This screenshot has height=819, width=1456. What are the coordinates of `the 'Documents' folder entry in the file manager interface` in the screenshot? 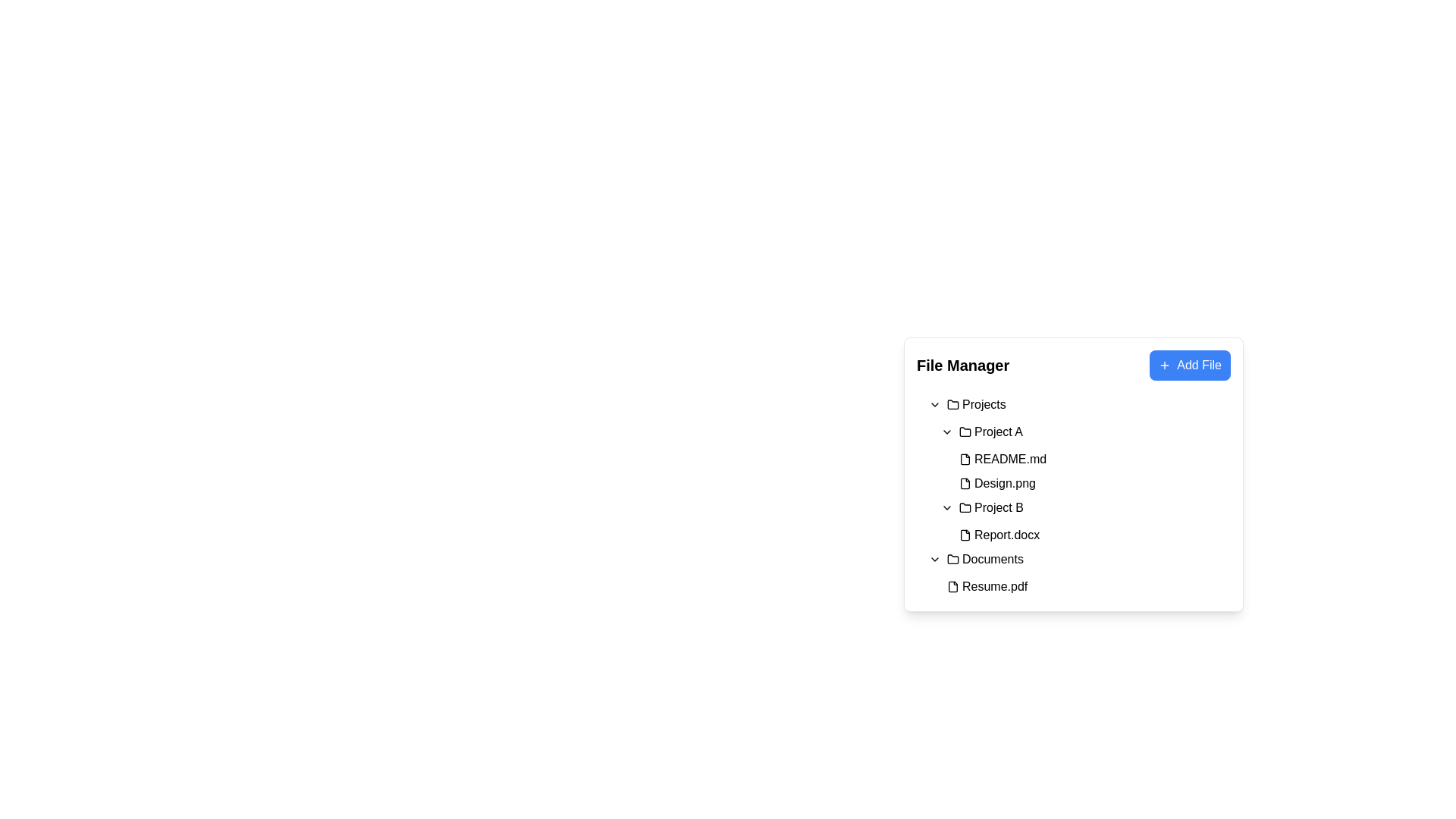 It's located at (985, 559).